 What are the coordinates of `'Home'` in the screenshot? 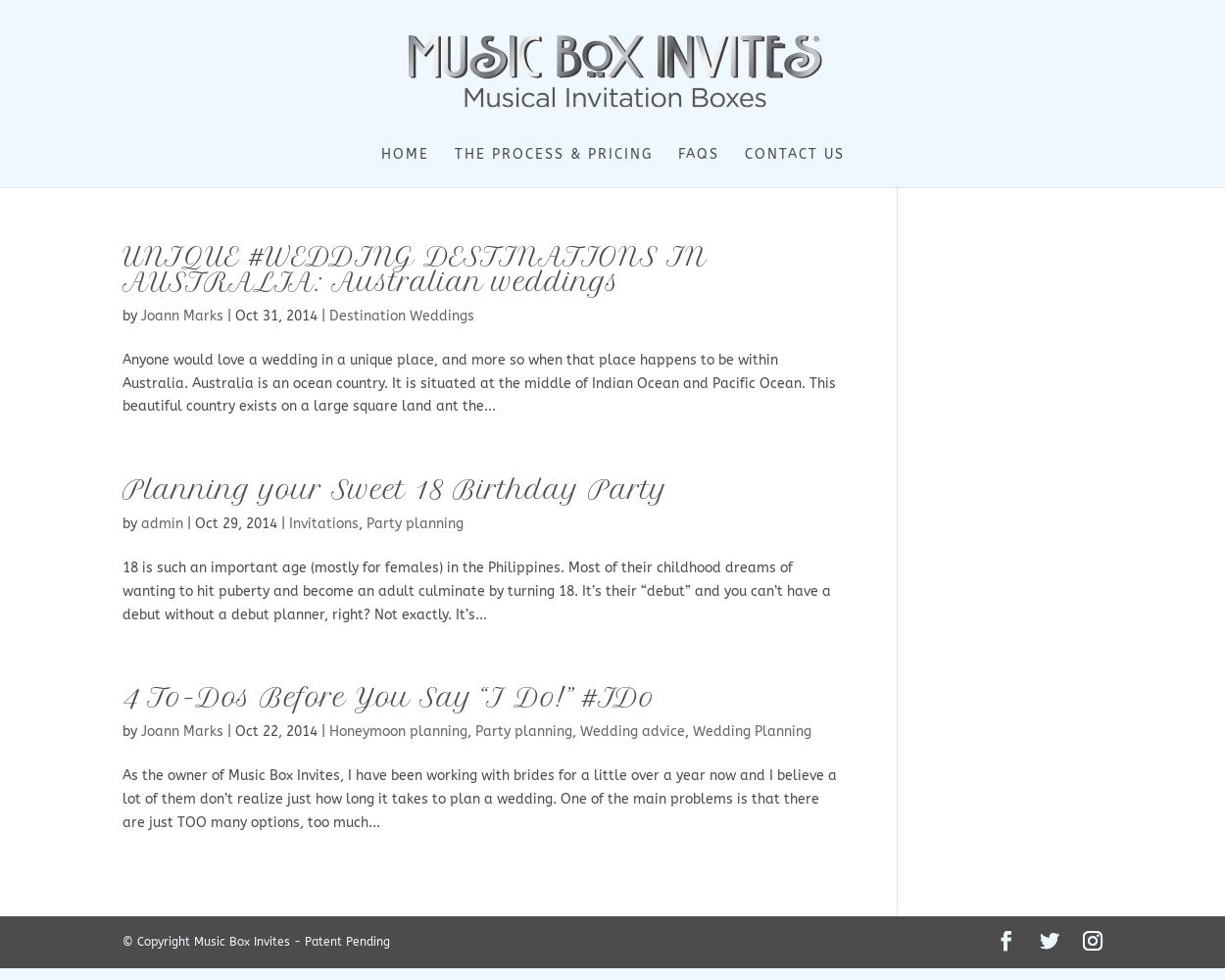 It's located at (380, 154).